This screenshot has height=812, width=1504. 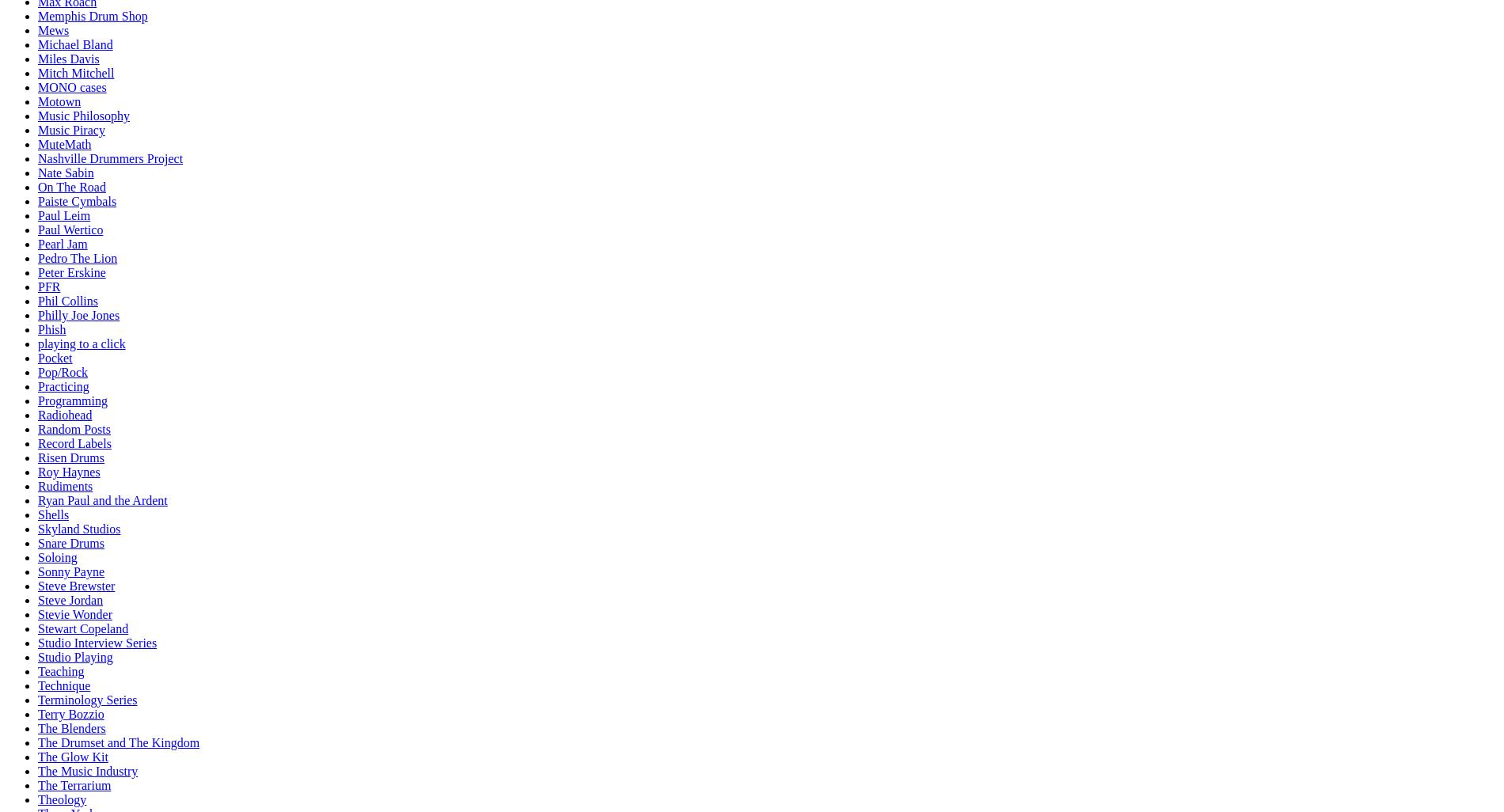 What do you see at coordinates (93, 16) in the screenshot?
I see `'Memphis Drum Shop'` at bounding box center [93, 16].